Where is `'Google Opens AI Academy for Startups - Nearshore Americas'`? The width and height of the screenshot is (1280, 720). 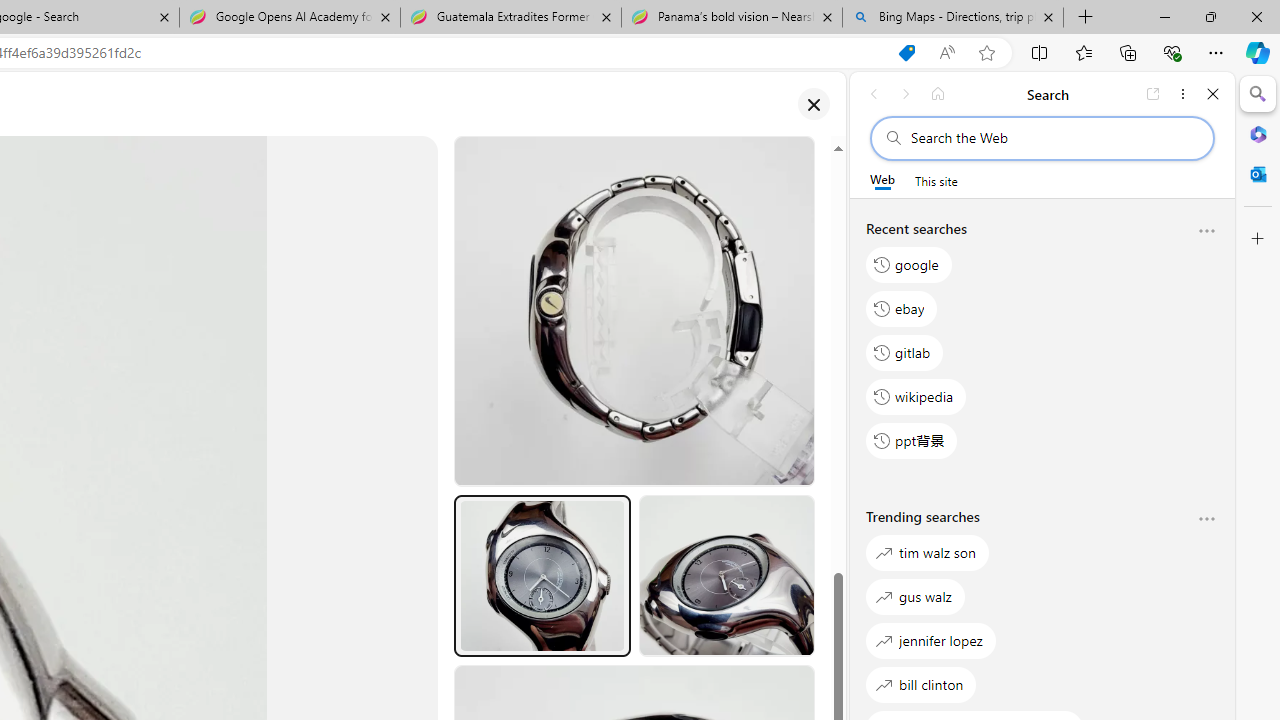
'Google Opens AI Academy for Startups - Nearshore Americas' is located at coordinates (289, 17).